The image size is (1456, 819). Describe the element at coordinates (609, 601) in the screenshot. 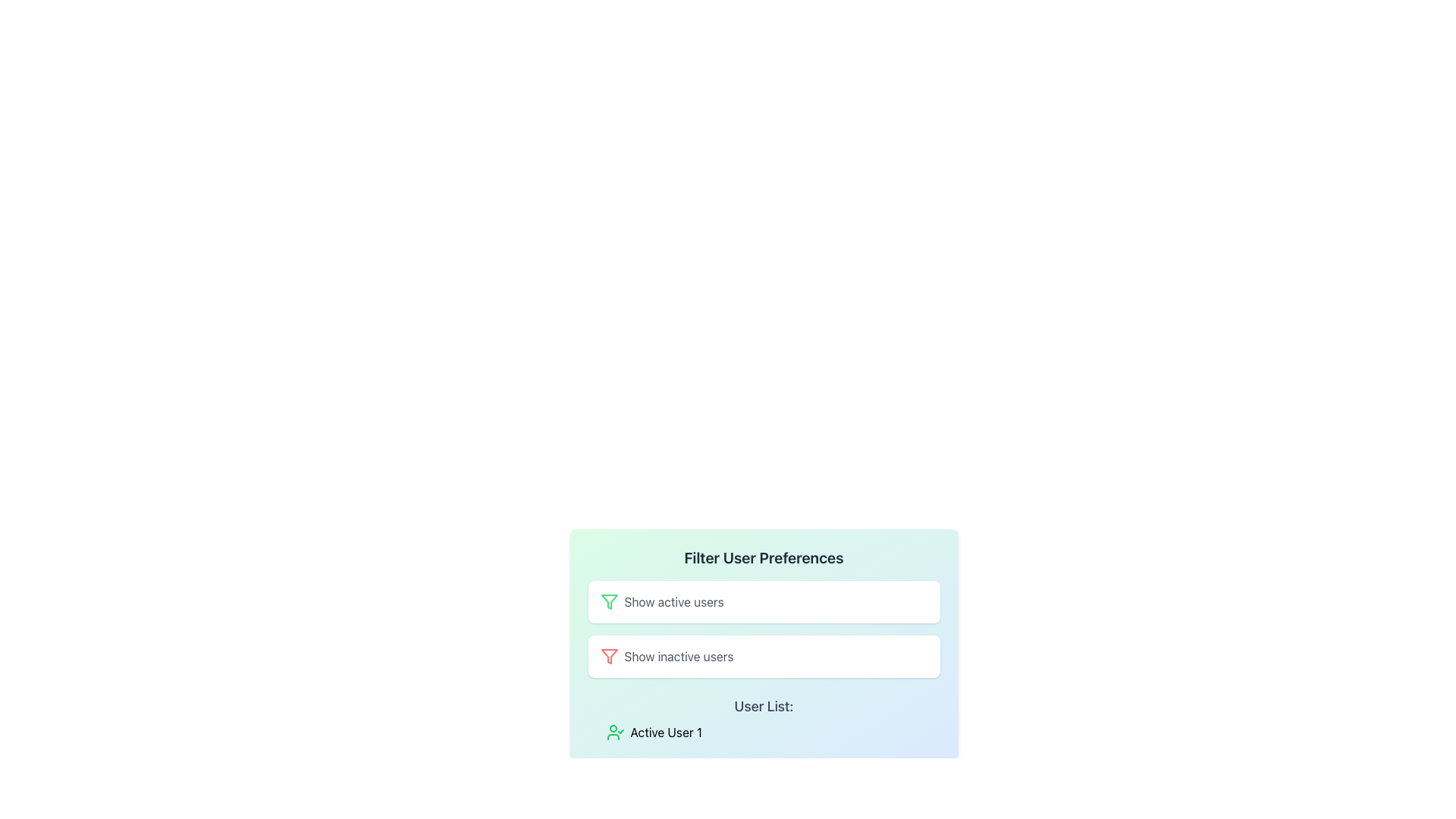

I see `the Decorative icon that symbolizes filtering functionality, located below the 'Show inactive users' grouping` at that location.